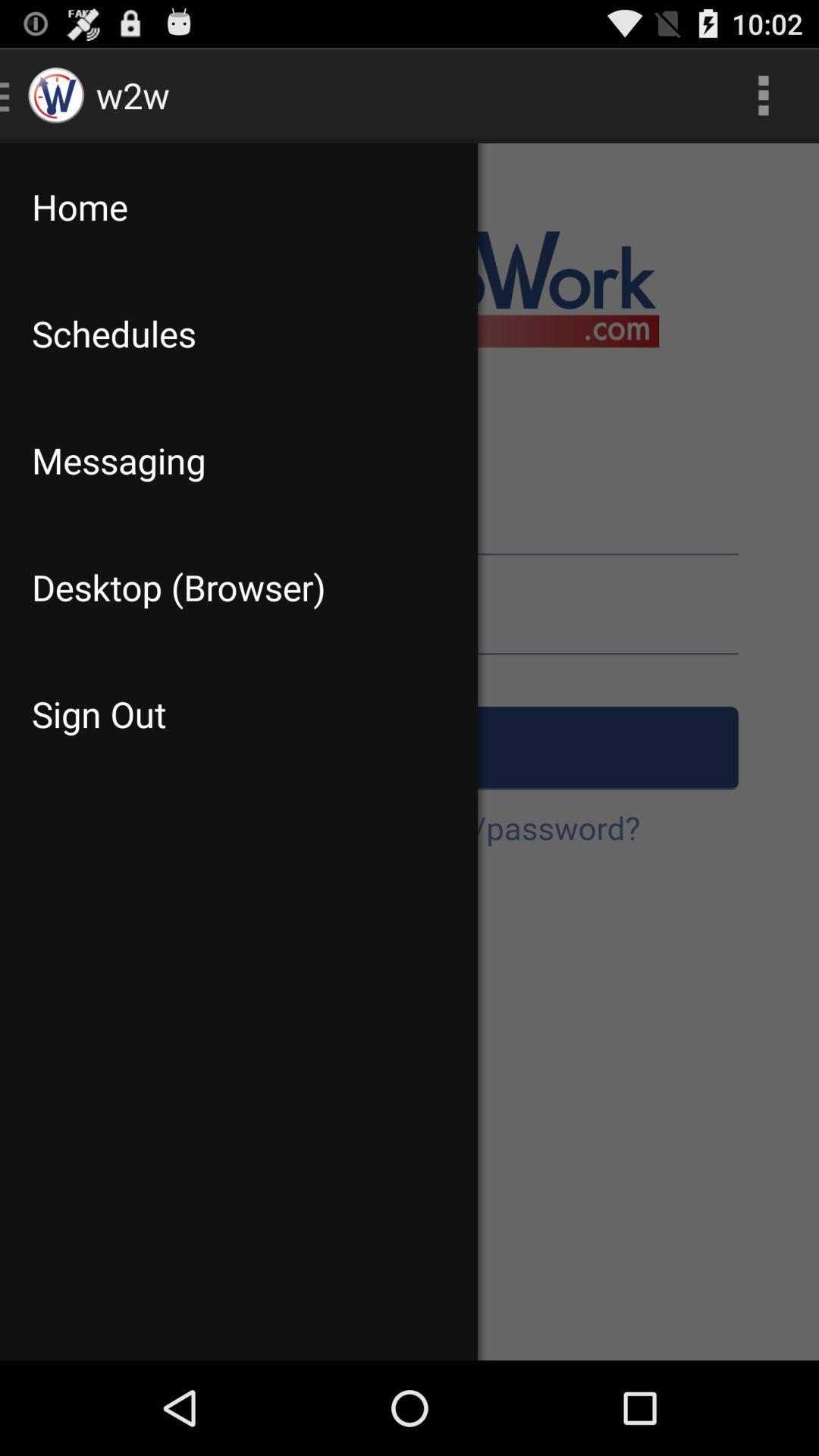 The height and width of the screenshot is (1456, 819). Describe the element at coordinates (763, 94) in the screenshot. I see `the app to the right of the home item` at that location.